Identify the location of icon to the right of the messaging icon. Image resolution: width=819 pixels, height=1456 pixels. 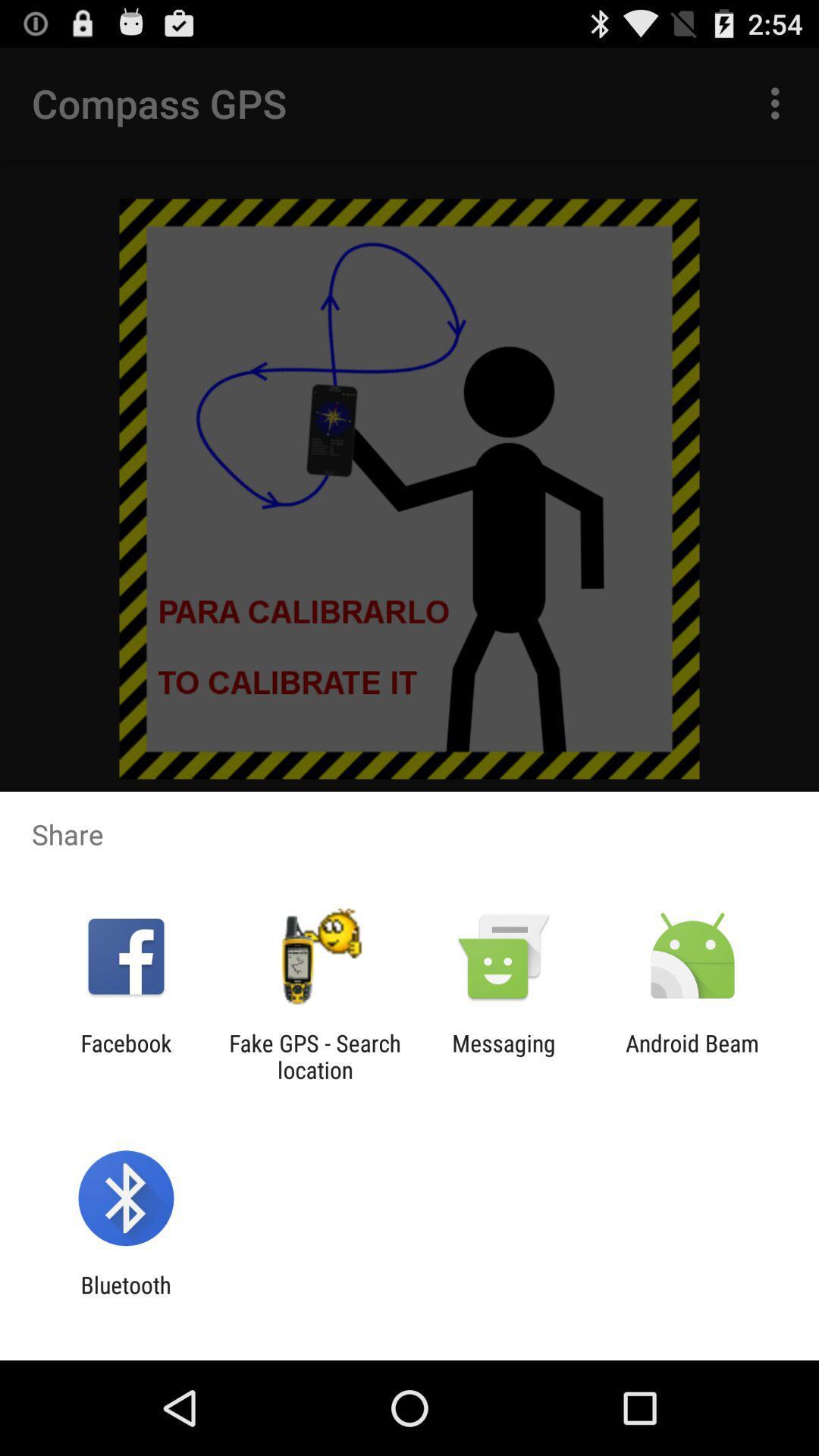
(692, 1056).